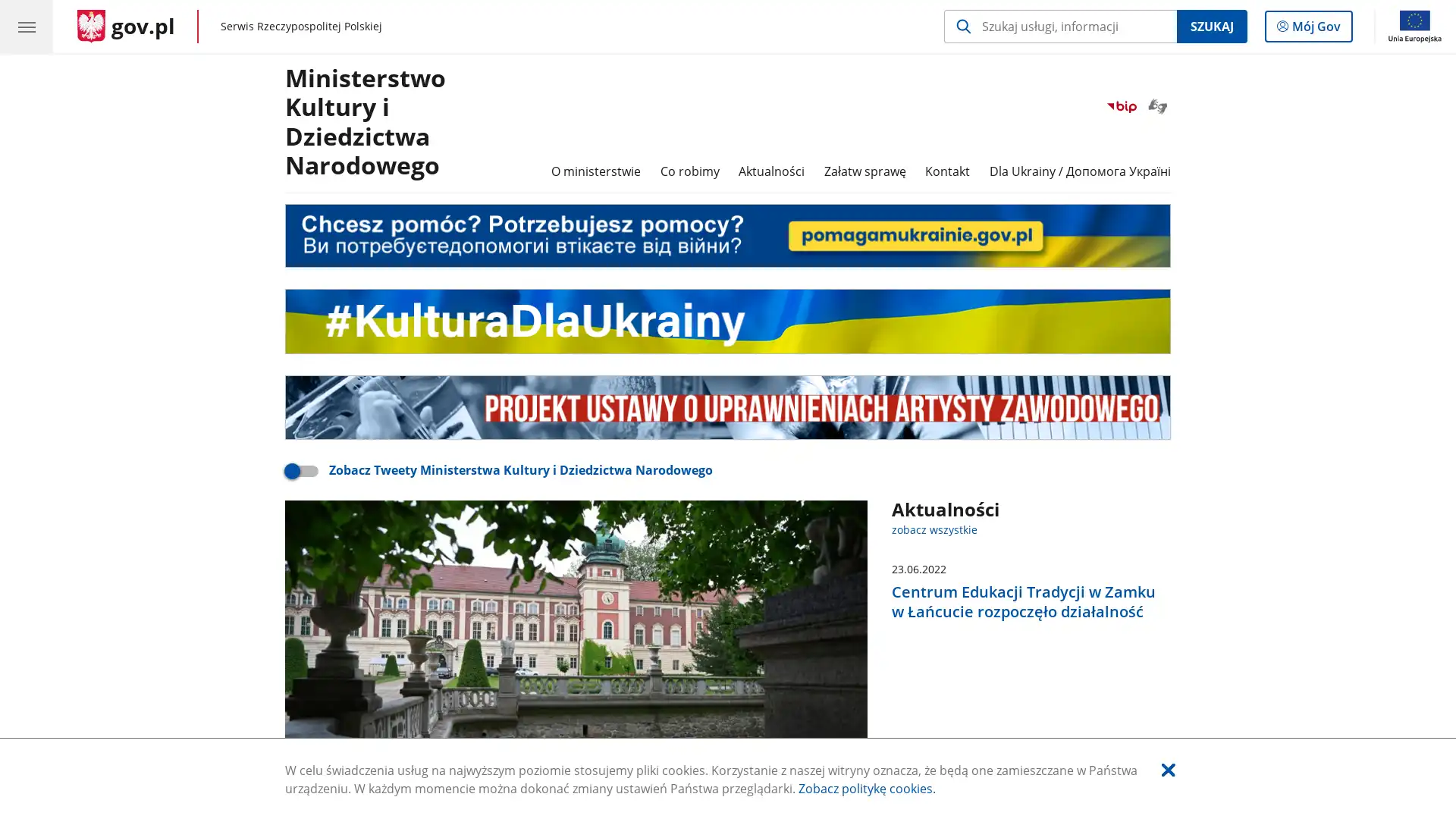 This screenshot has width=1456, height=819. Describe the element at coordinates (1210, 26) in the screenshot. I see `SZUKAJ` at that location.